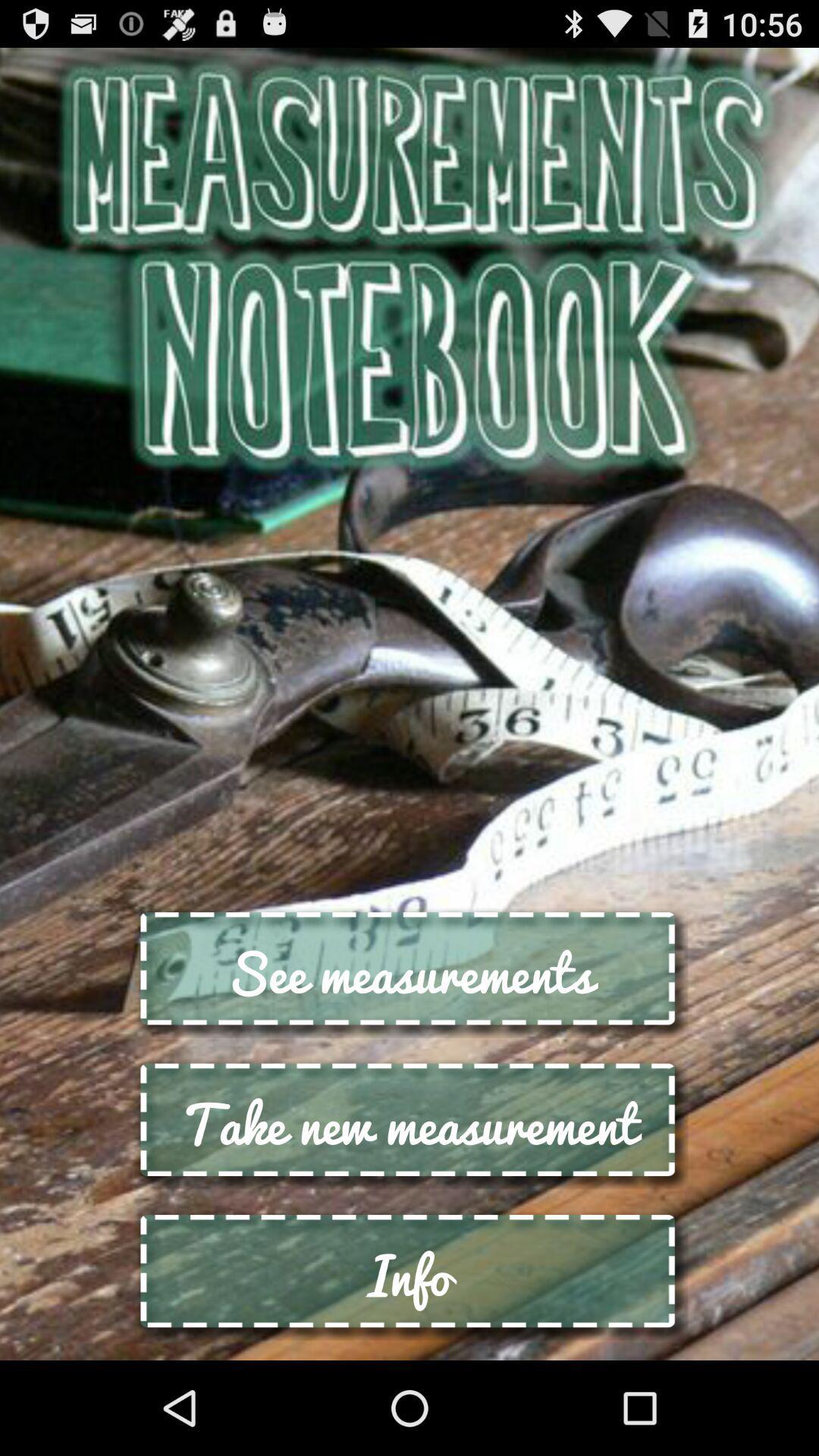  Describe the element at coordinates (409, 1123) in the screenshot. I see `the button below see measurements icon` at that location.